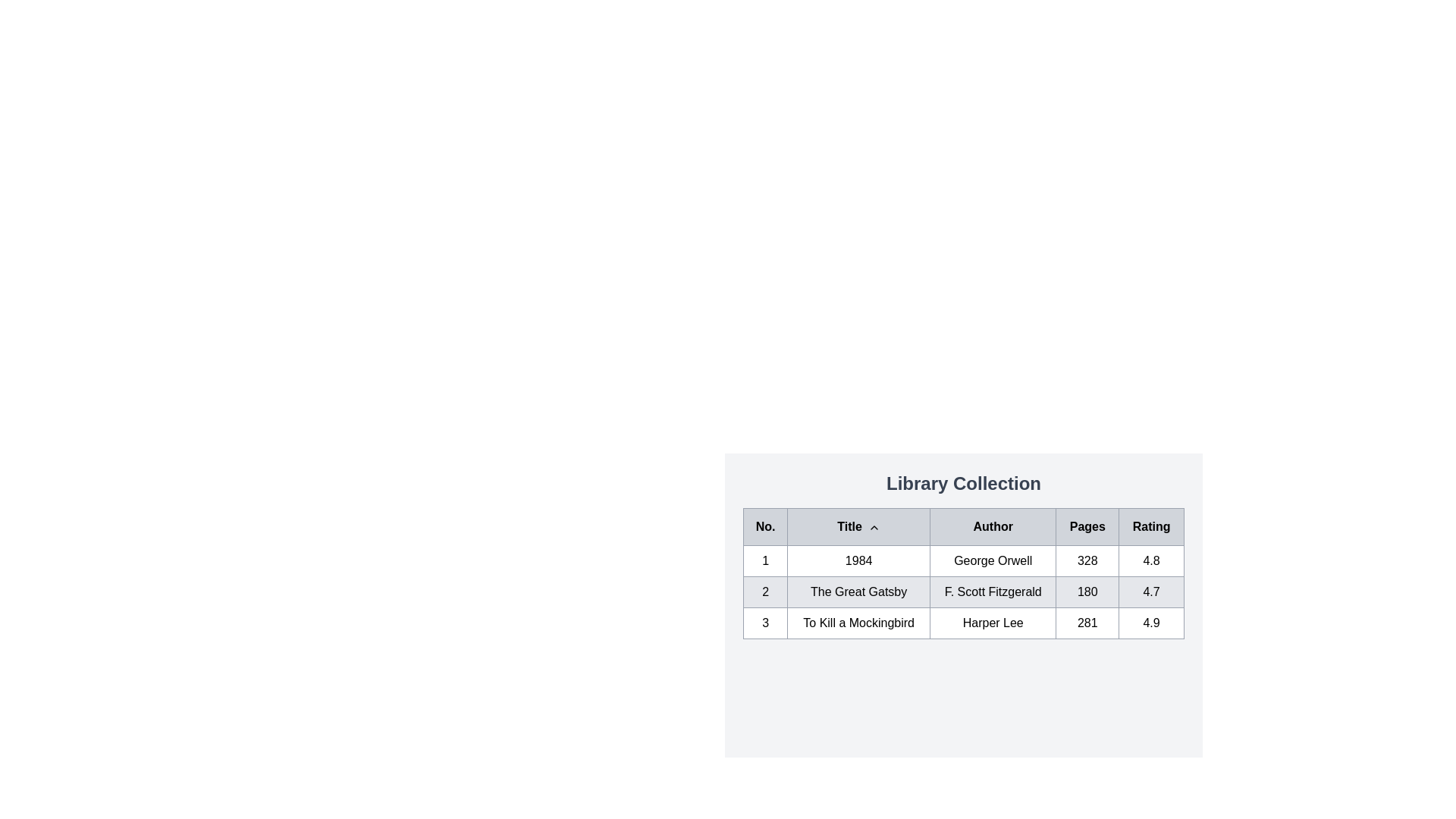 The height and width of the screenshot is (819, 1456). I want to click on the text display cell containing the rating '4.8' in the 'Rating' column of the book '1984' in the table, so click(1151, 561).